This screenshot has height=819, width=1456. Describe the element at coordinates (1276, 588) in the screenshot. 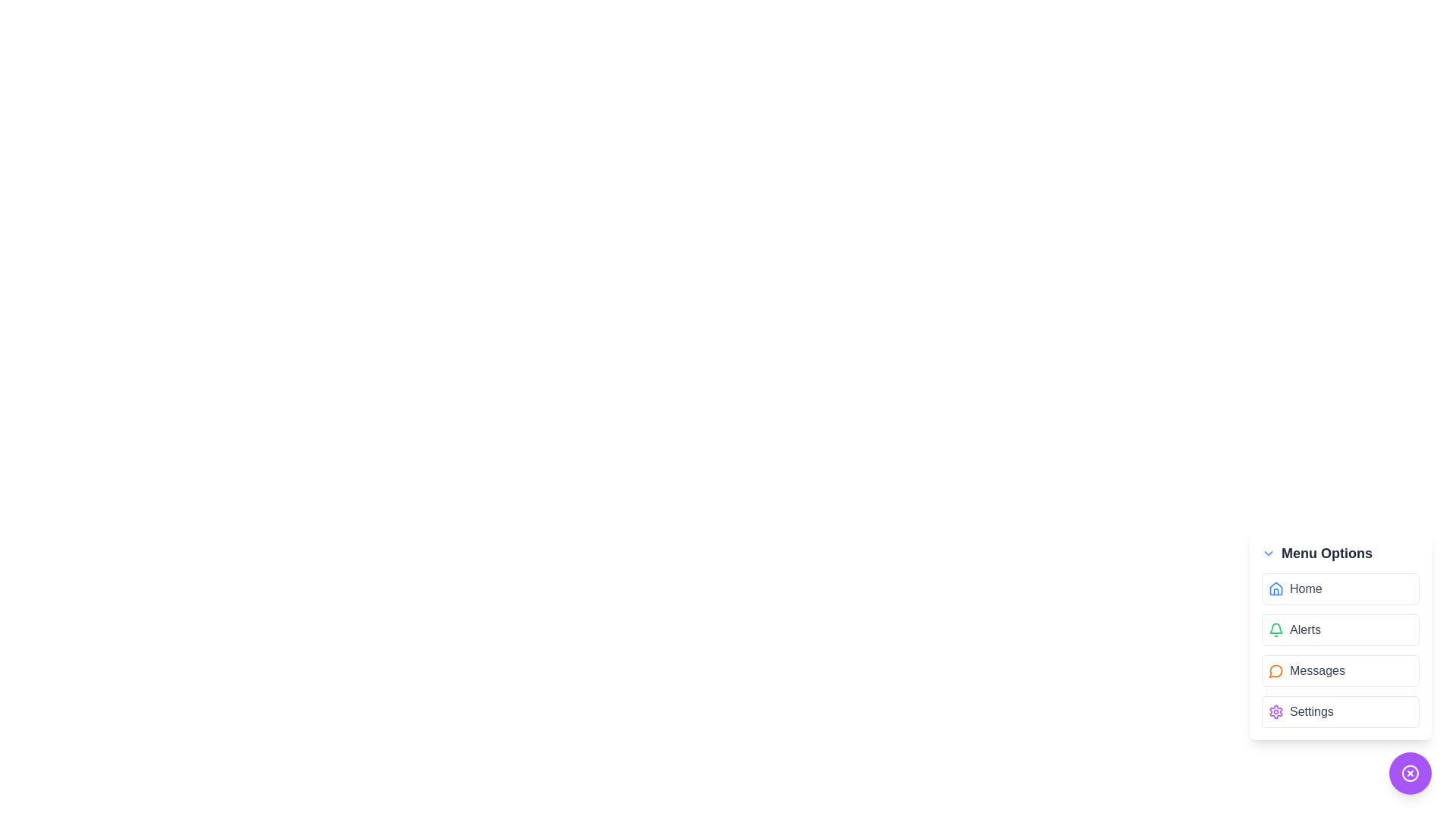

I see `the thin-lined blue house icon that is the first item in the menu labeled 'Home'` at that location.